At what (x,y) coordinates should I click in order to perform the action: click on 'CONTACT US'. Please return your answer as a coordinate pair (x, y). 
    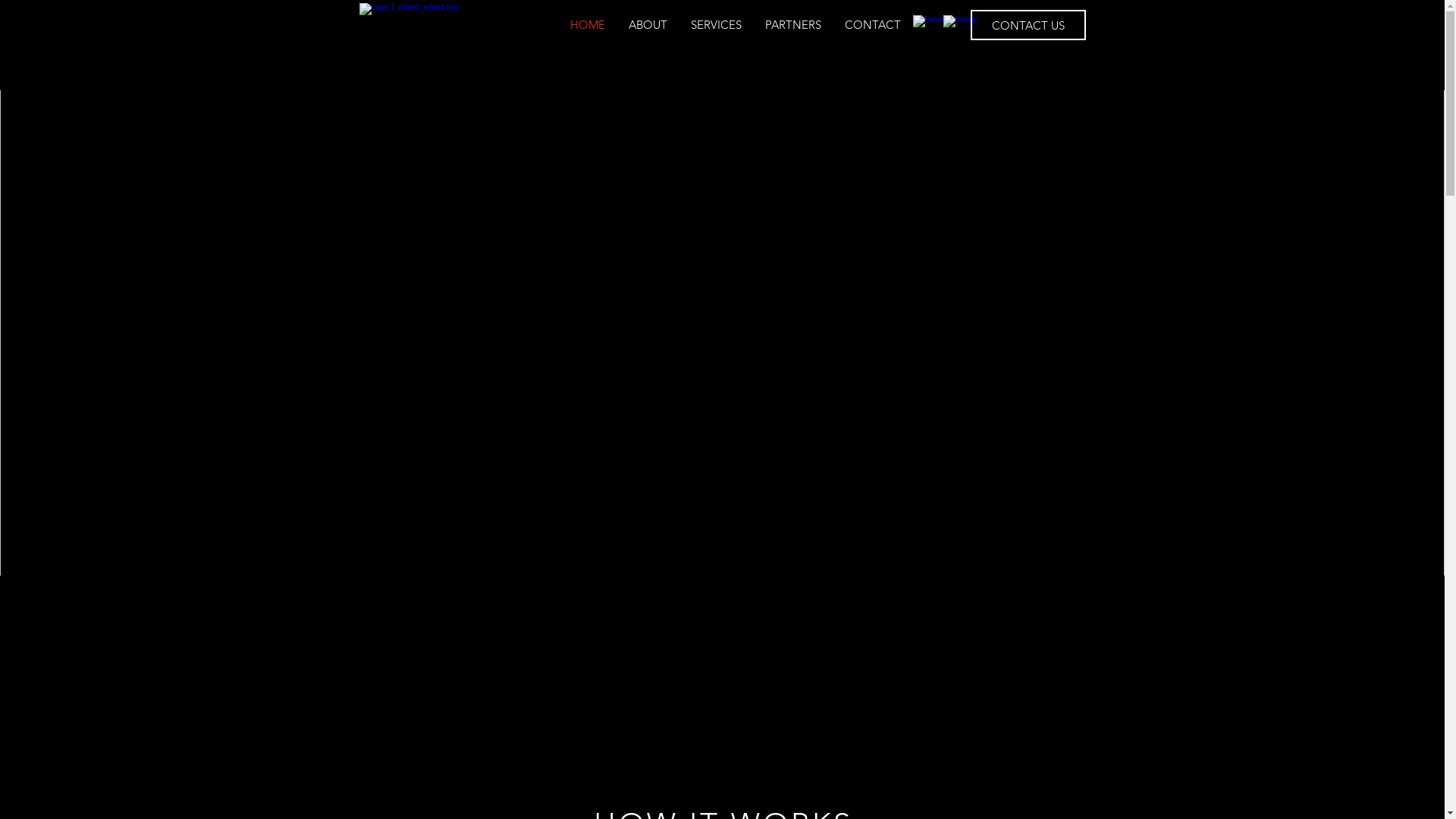
    Looking at the image, I should click on (1028, 25).